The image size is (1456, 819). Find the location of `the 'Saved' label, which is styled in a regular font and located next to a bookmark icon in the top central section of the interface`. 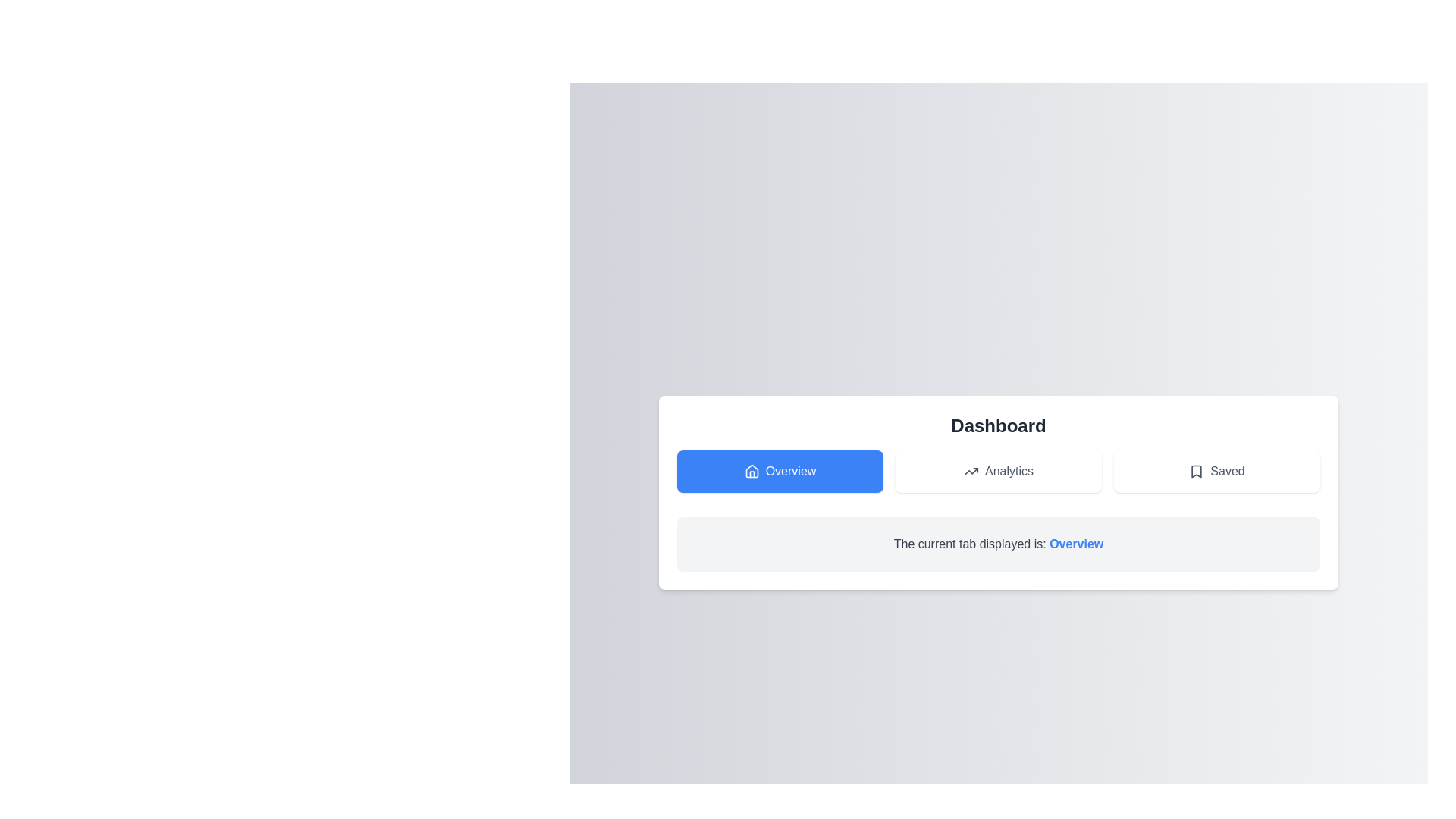

the 'Saved' label, which is styled in a regular font and located next to a bookmark icon in the top central section of the interface is located at coordinates (1227, 470).